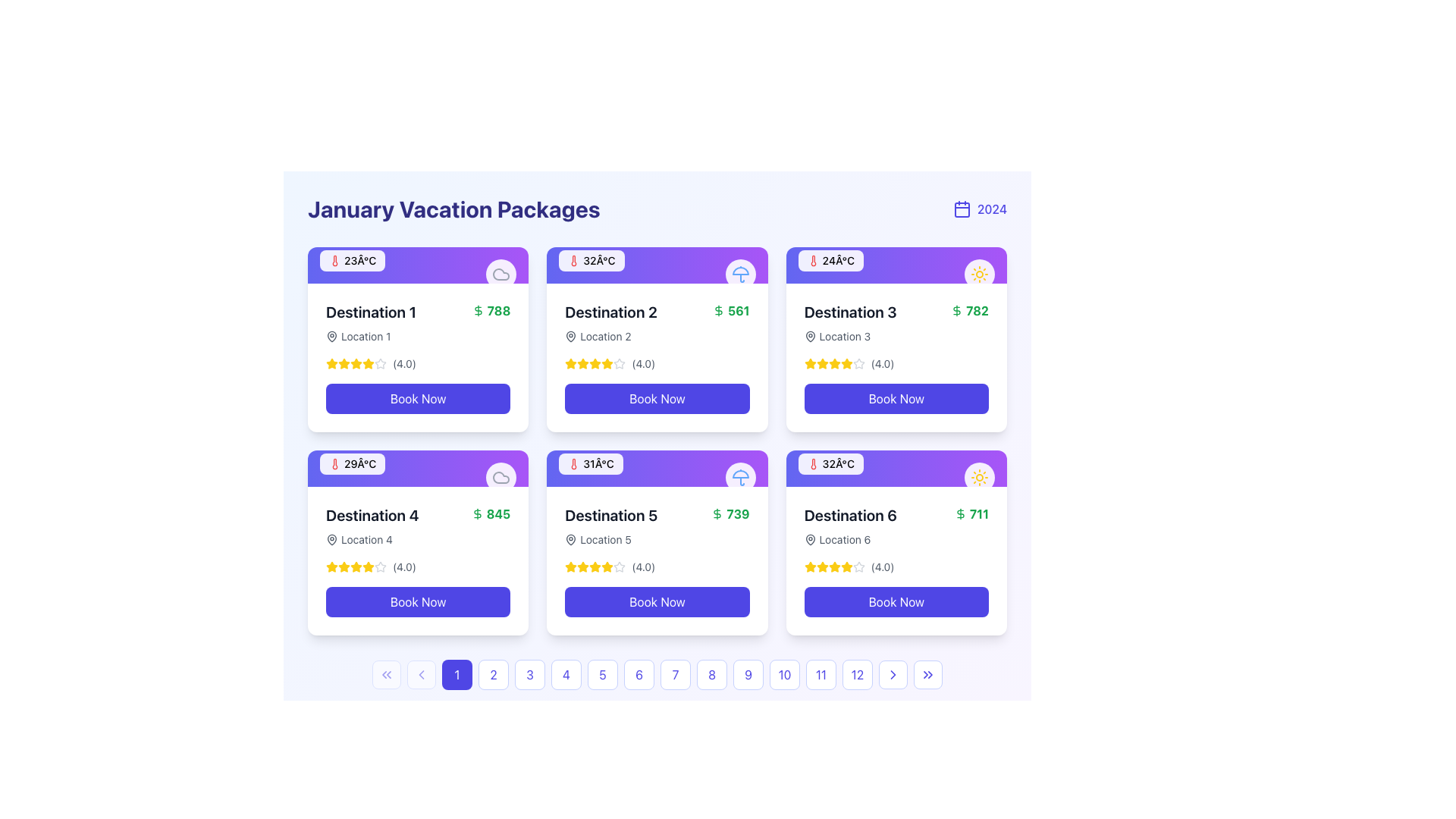 The height and width of the screenshot is (819, 1456). I want to click on the circular button displaying the numeral '3' in the pagination bar to observe potential hover effects, so click(530, 674).